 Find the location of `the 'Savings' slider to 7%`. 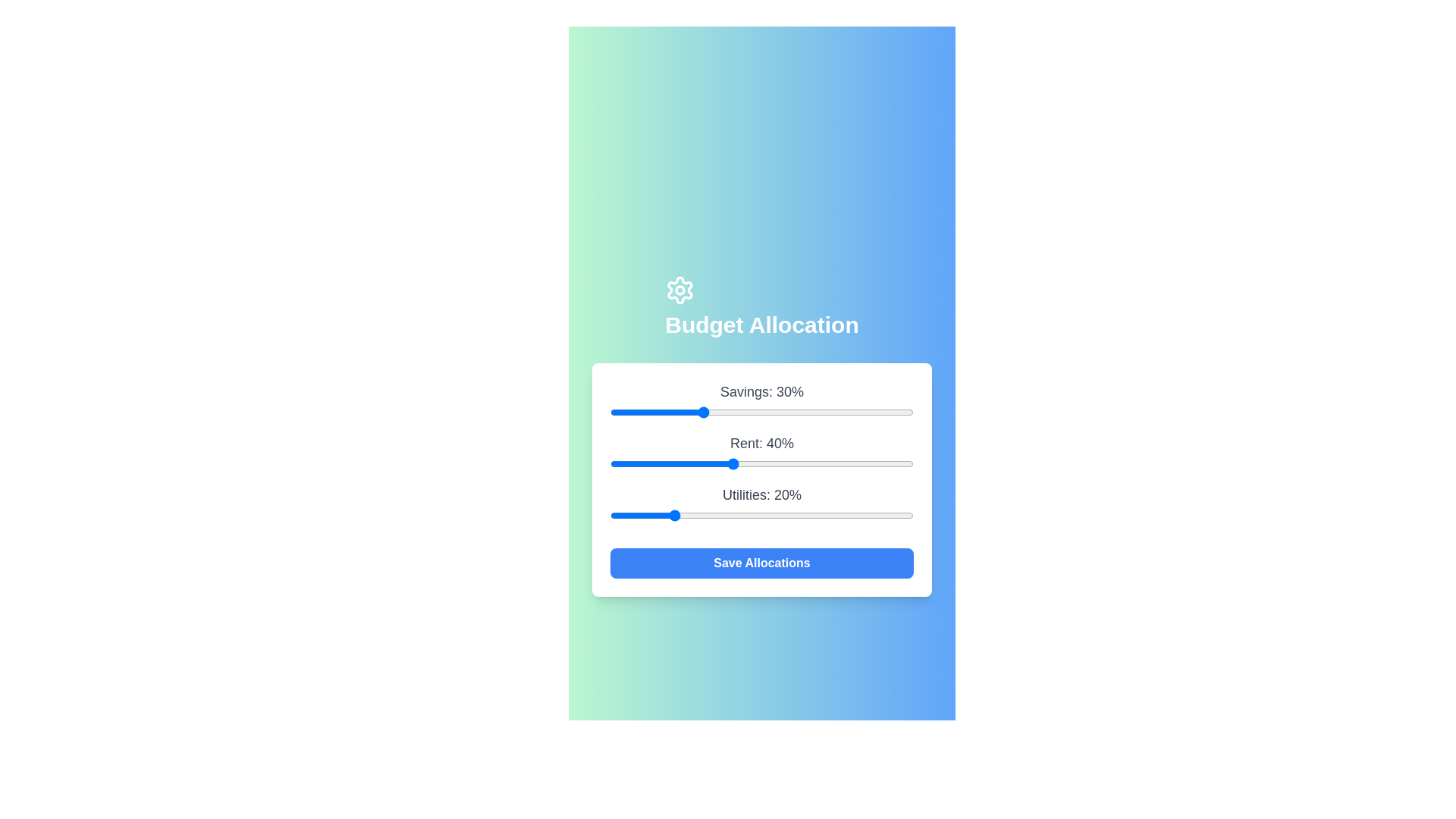

the 'Savings' slider to 7% is located at coordinates (632, 412).